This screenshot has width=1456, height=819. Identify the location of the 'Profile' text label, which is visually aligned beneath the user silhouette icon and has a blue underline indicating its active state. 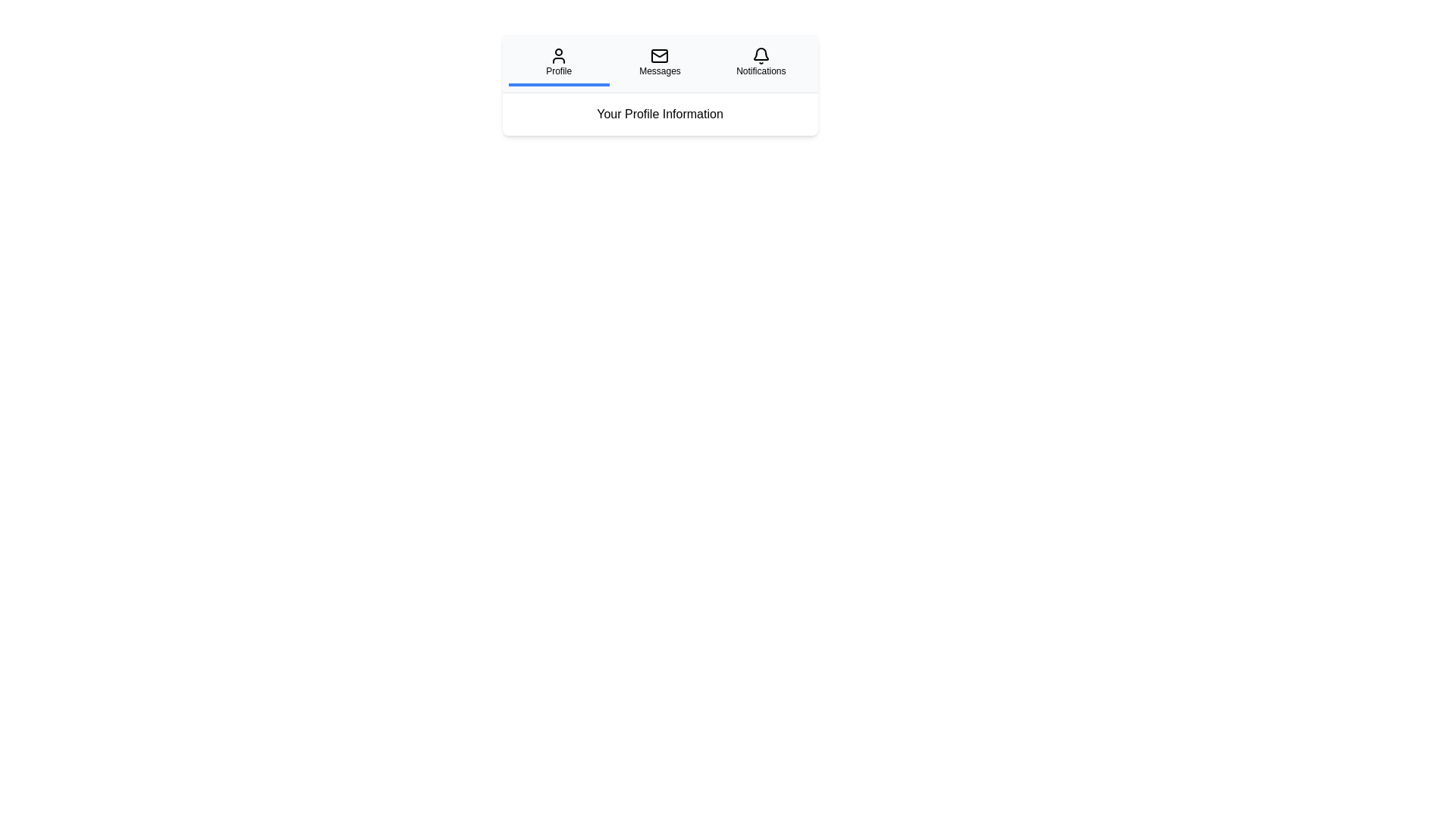
(558, 71).